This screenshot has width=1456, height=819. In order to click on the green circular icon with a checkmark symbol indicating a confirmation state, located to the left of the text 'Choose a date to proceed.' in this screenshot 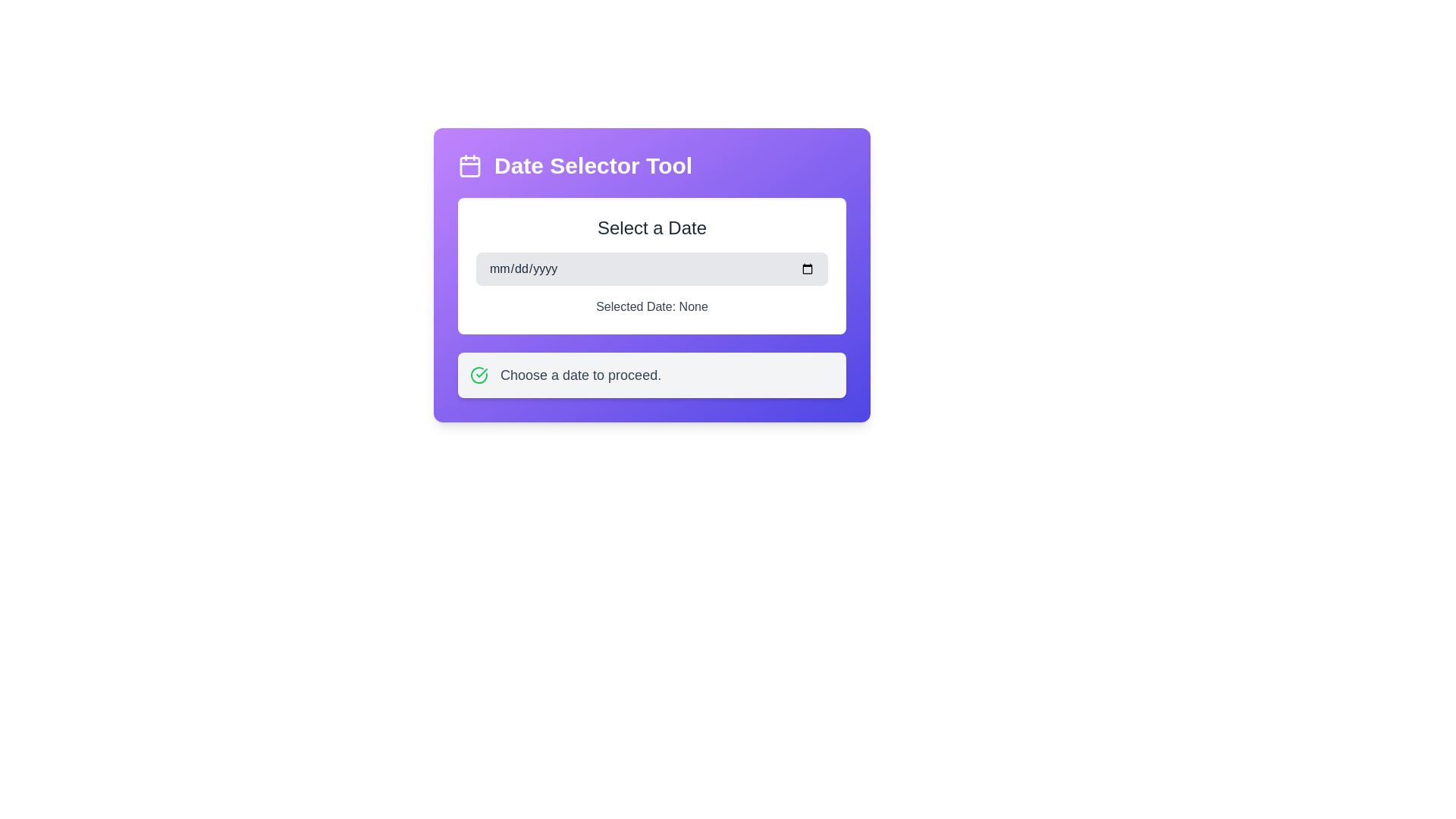, I will do `click(479, 375)`.